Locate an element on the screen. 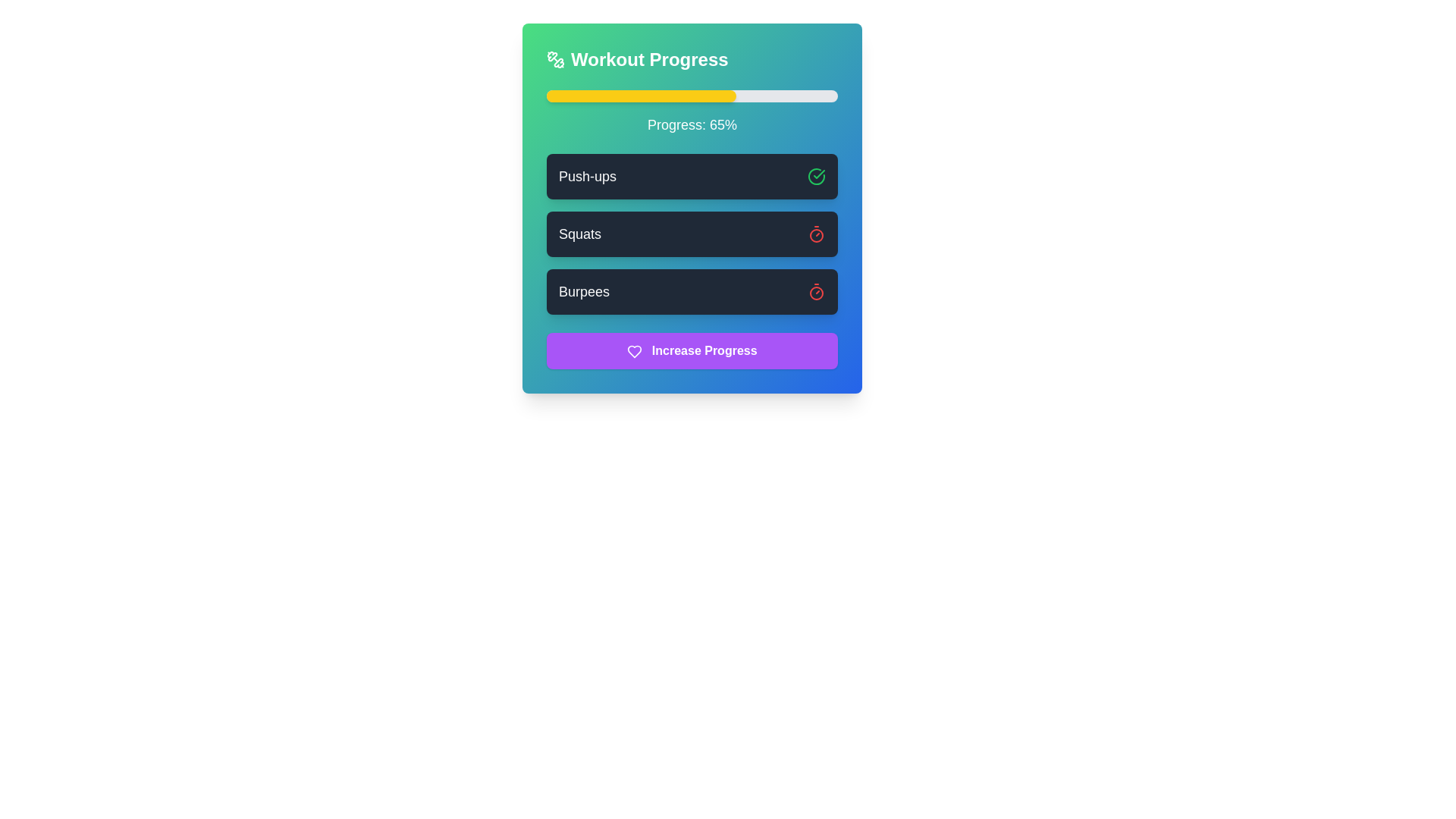 This screenshot has height=819, width=1456. the decorative icon located at the left end of the 'Increase Progress' button, which is positioned in the bottom center of a card-like component containing progress information is located at coordinates (635, 351).